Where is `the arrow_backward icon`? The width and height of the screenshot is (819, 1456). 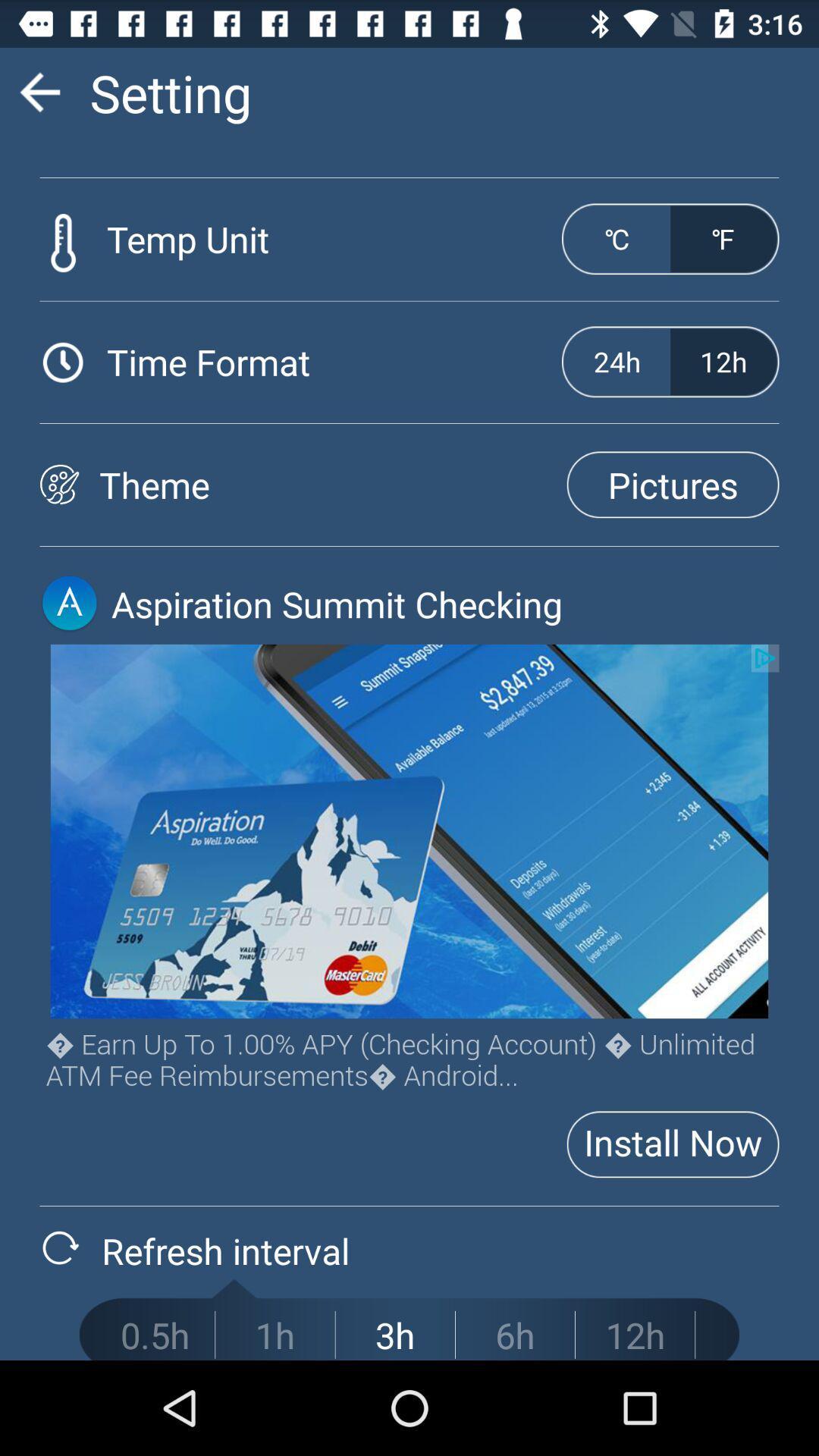 the arrow_backward icon is located at coordinates (39, 98).